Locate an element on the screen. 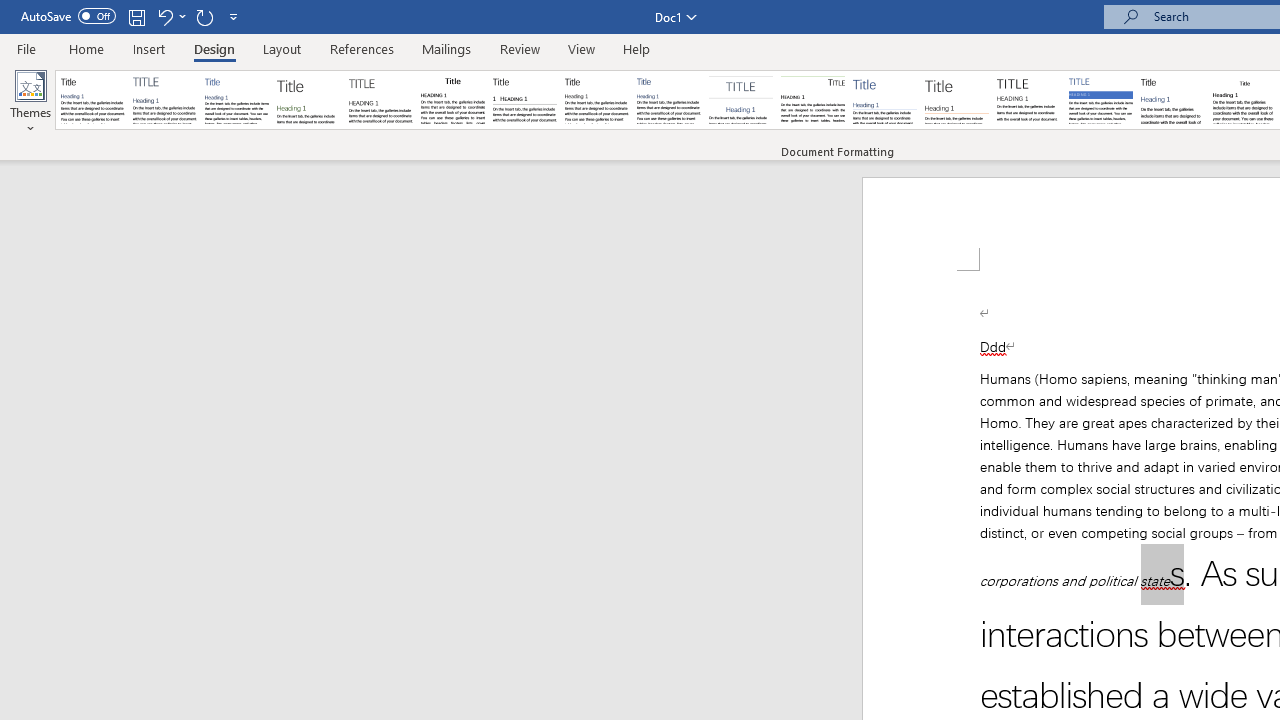 This screenshot has width=1280, height=720. 'View' is located at coordinates (581, 48).